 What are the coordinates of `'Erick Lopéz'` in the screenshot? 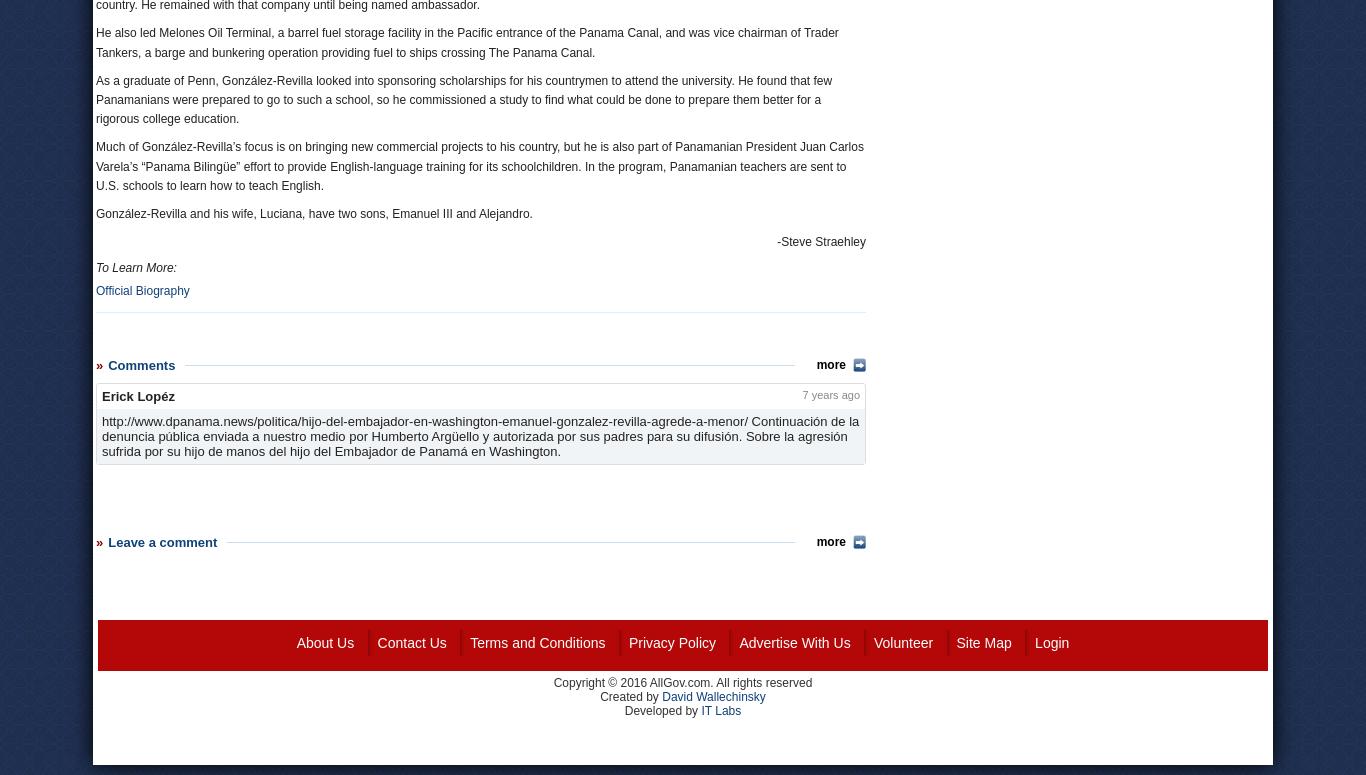 It's located at (136, 395).